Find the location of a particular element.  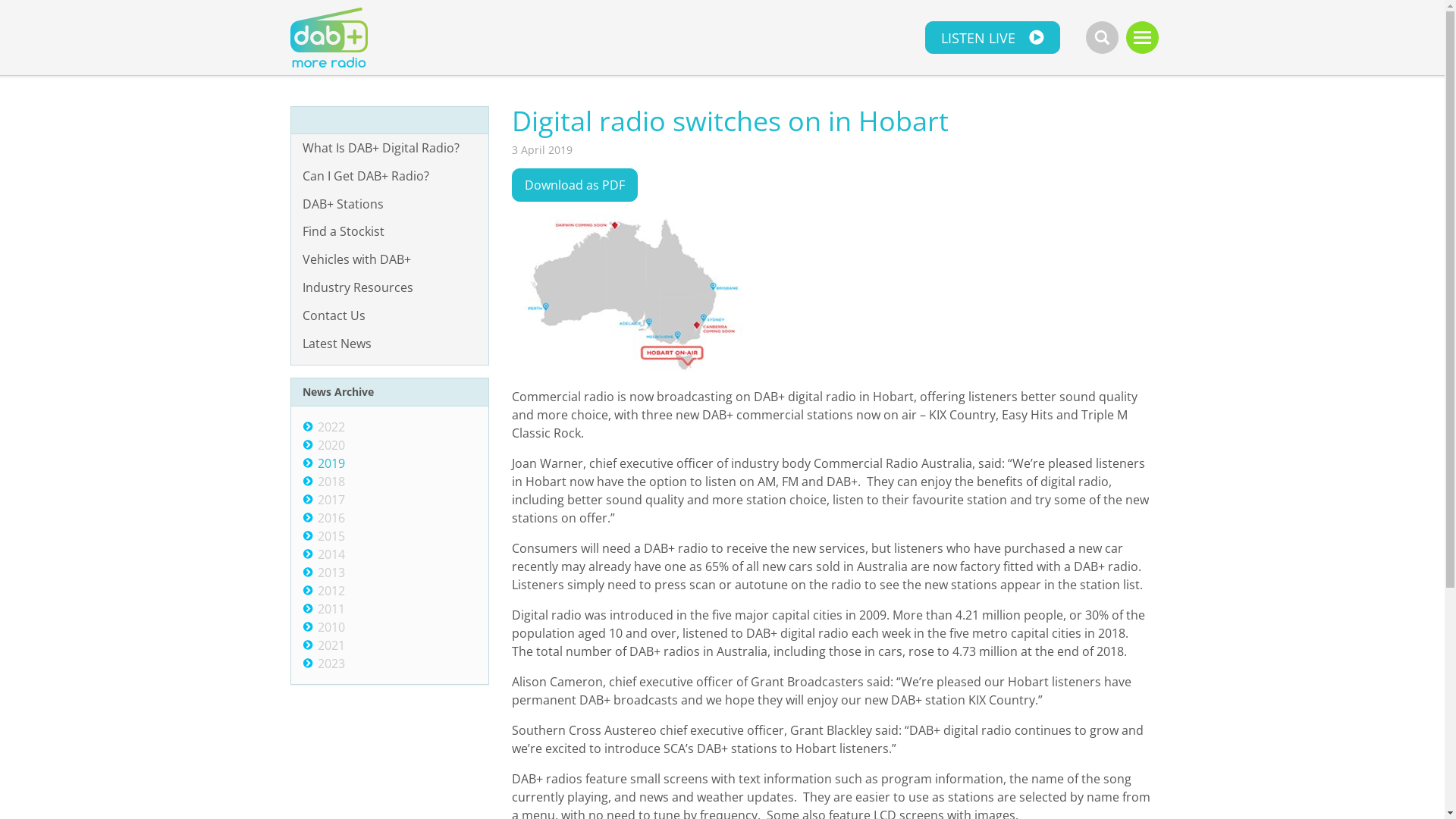

'Contact Us' is located at coordinates (390, 315).